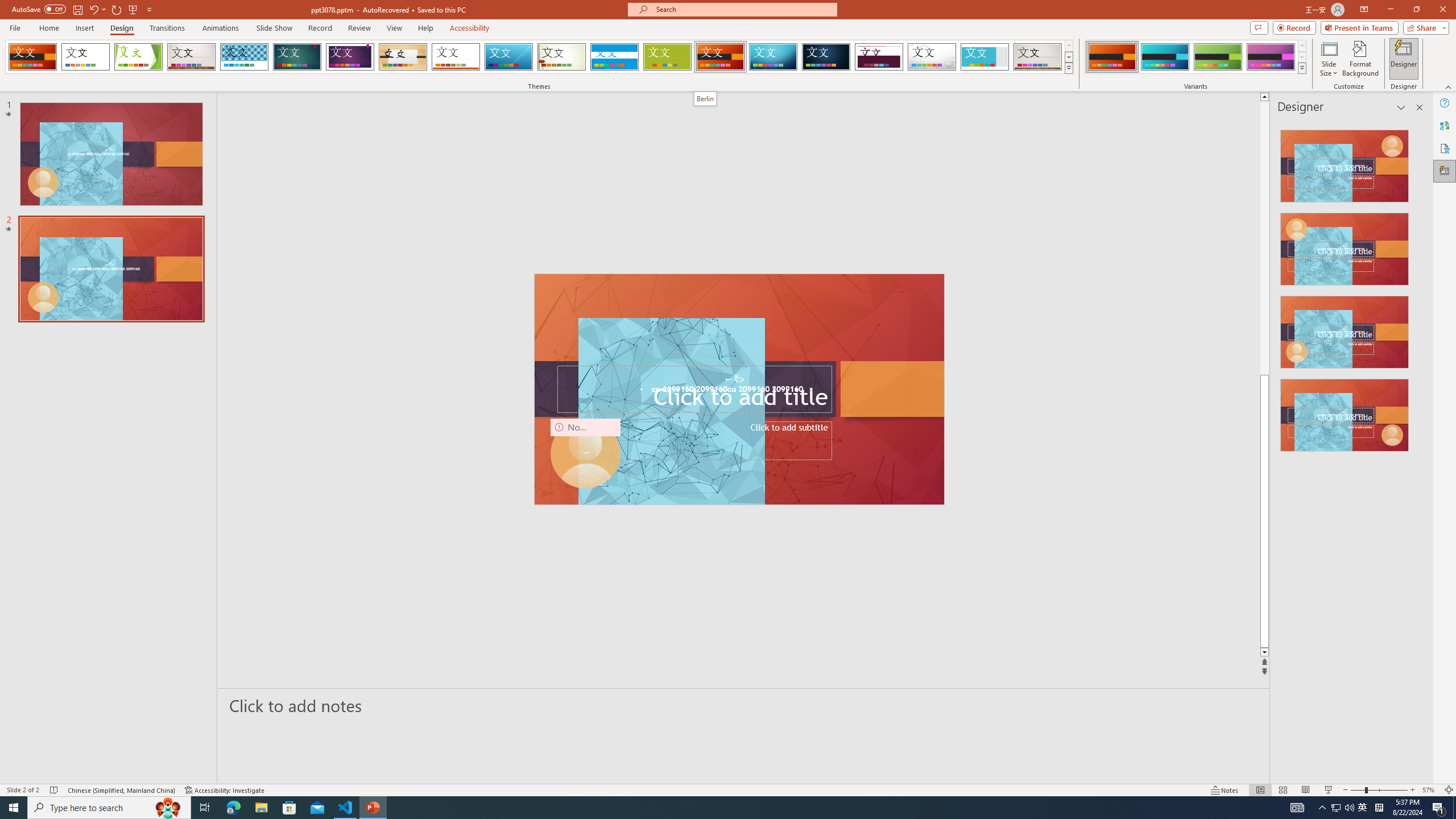  What do you see at coordinates (1360, 59) in the screenshot?
I see `'Format Background'` at bounding box center [1360, 59].